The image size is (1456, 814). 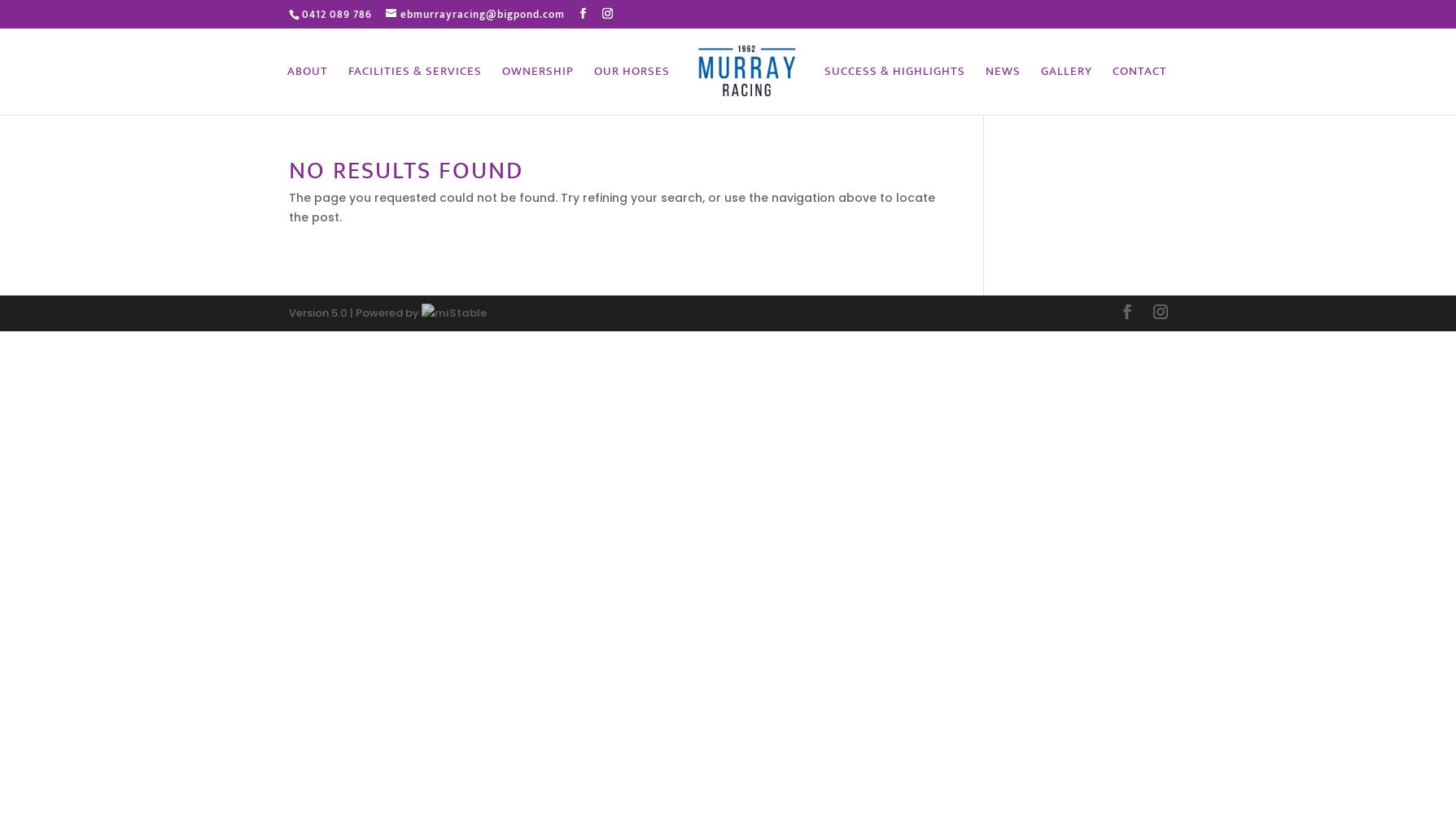 I want to click on 'Version 5.0 |', so click(x=319, y=312).